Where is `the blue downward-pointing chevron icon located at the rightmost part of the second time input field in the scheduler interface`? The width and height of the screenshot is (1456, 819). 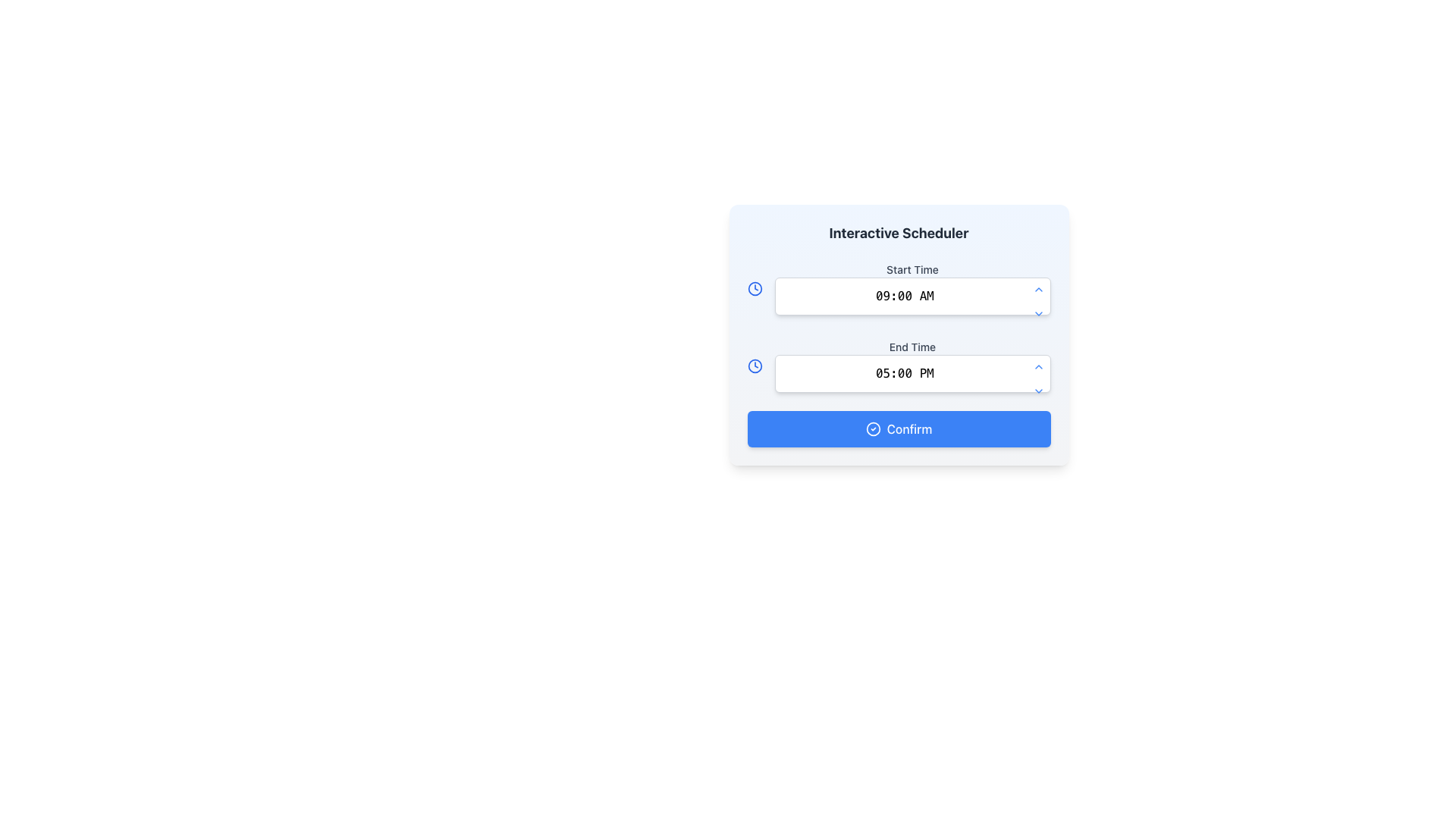 the blue downward-pointing chevron icon located at the rightmost part of the second time input field in the scheduler interface is located at coordinates (1037, 312).